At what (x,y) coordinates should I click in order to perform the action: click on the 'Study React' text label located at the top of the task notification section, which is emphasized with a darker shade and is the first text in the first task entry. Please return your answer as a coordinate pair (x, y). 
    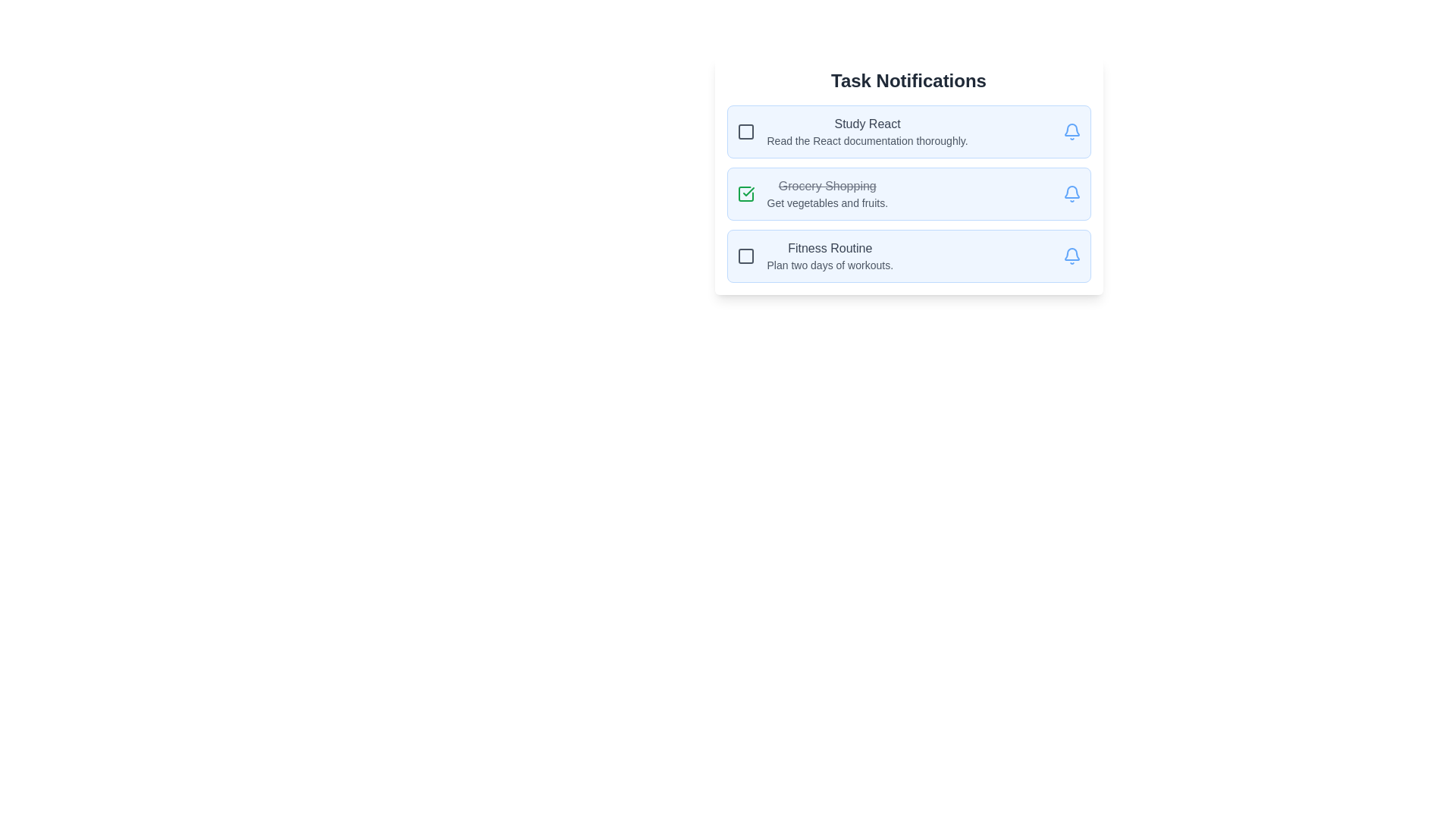
    Looking at the image, I should click on (868, 124).